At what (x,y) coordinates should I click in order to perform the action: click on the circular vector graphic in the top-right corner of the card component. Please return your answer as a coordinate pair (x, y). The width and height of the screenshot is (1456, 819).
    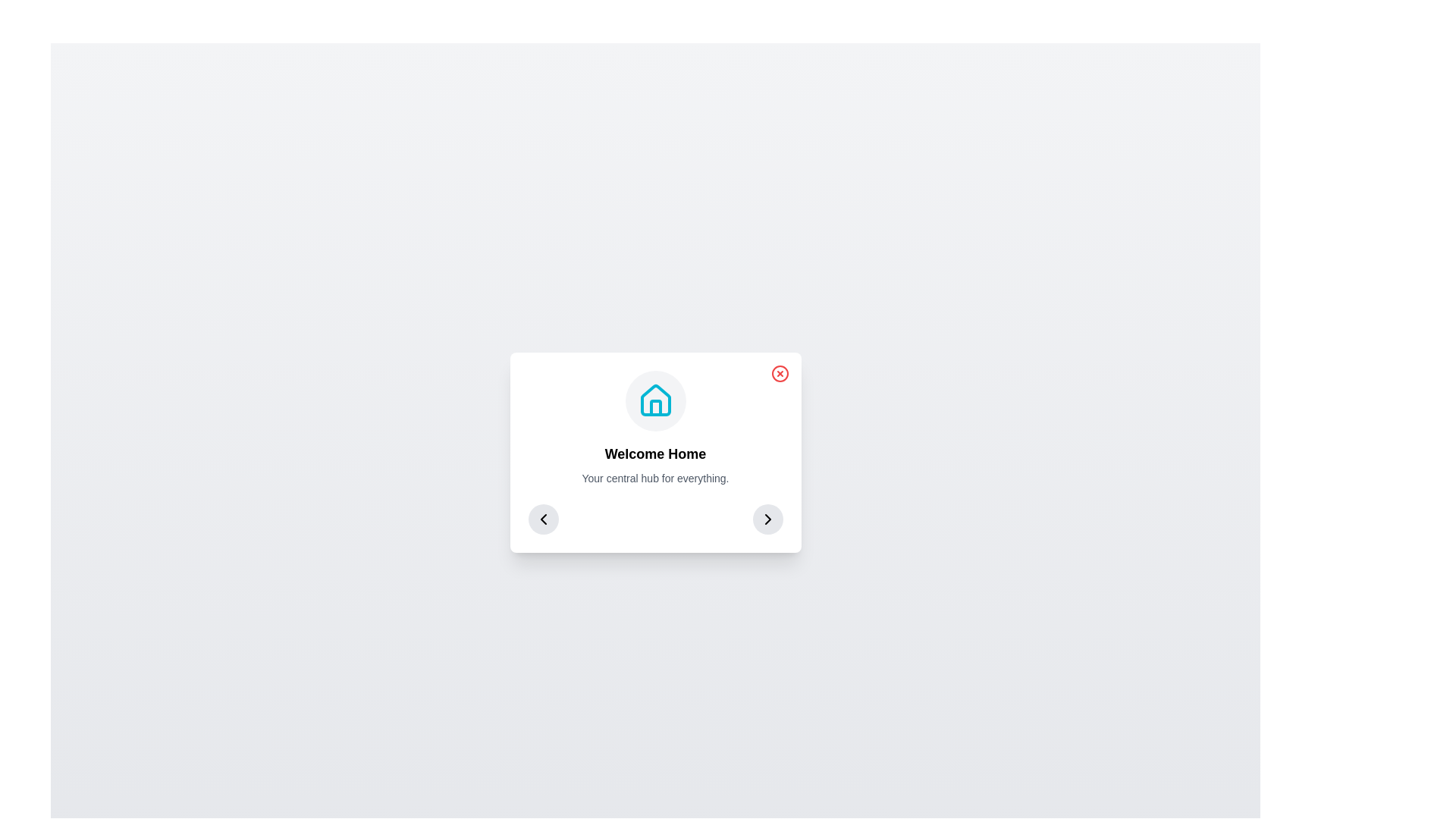
    Looking at the image, I should click on (780, 374).